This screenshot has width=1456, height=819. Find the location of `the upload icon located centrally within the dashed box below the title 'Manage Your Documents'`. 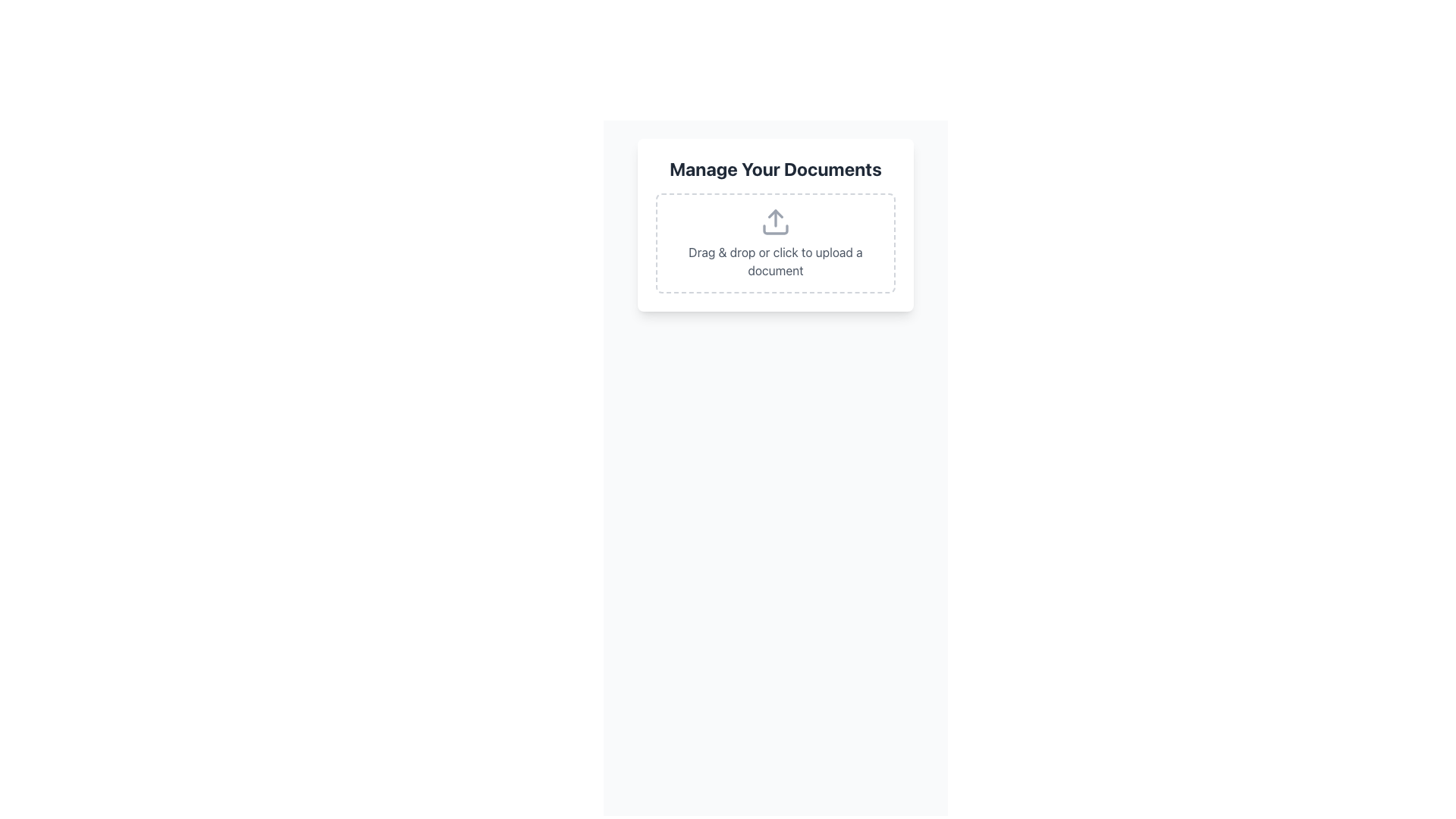

the upload icon located centrally within the dashed box below the title 'Manage Your Documents' is located at coordinates (775, 222).